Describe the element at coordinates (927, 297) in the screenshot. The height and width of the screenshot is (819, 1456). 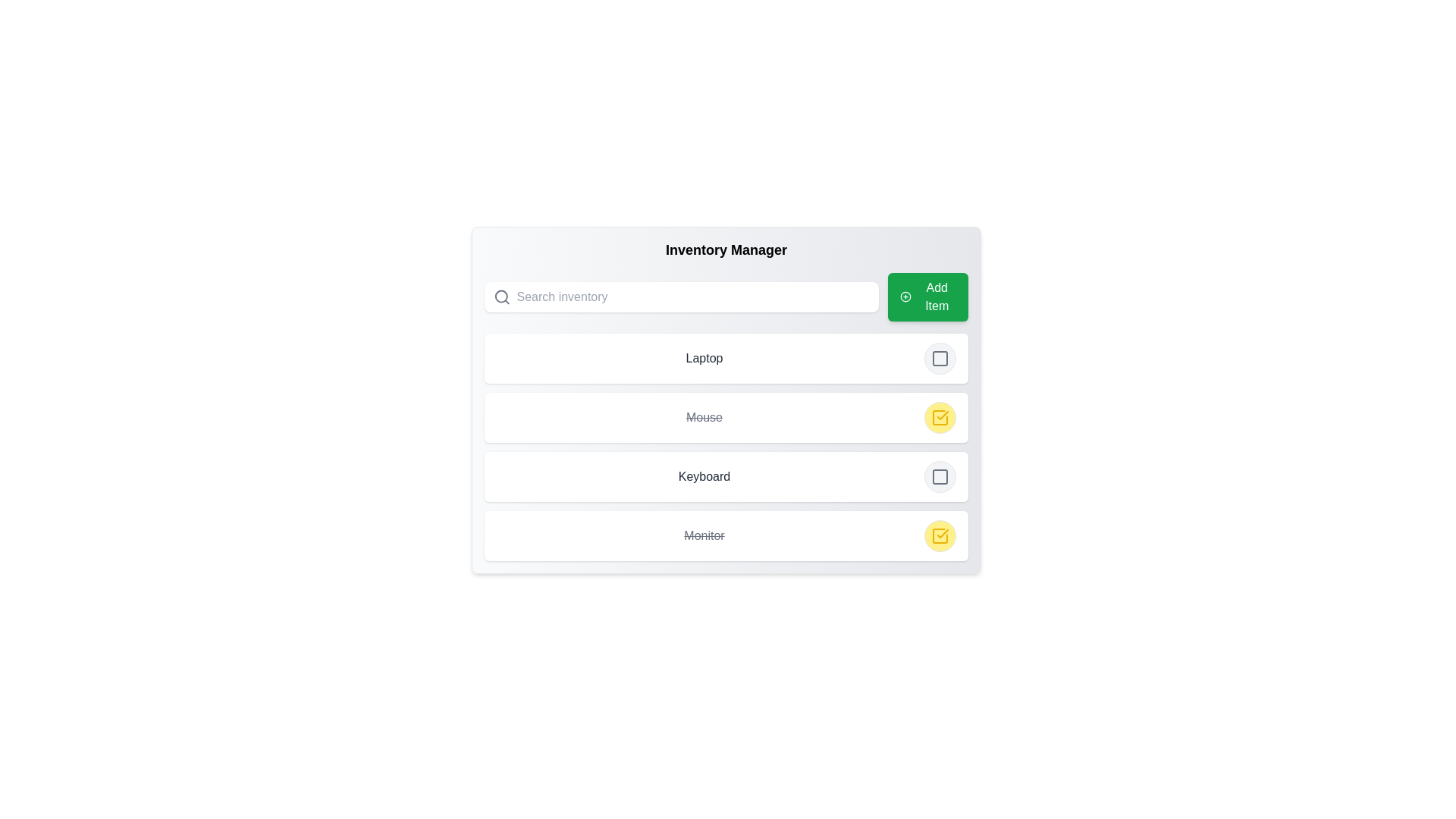
I see `the 'Add New Item' button located at the far right of the inventory bar` at that location.